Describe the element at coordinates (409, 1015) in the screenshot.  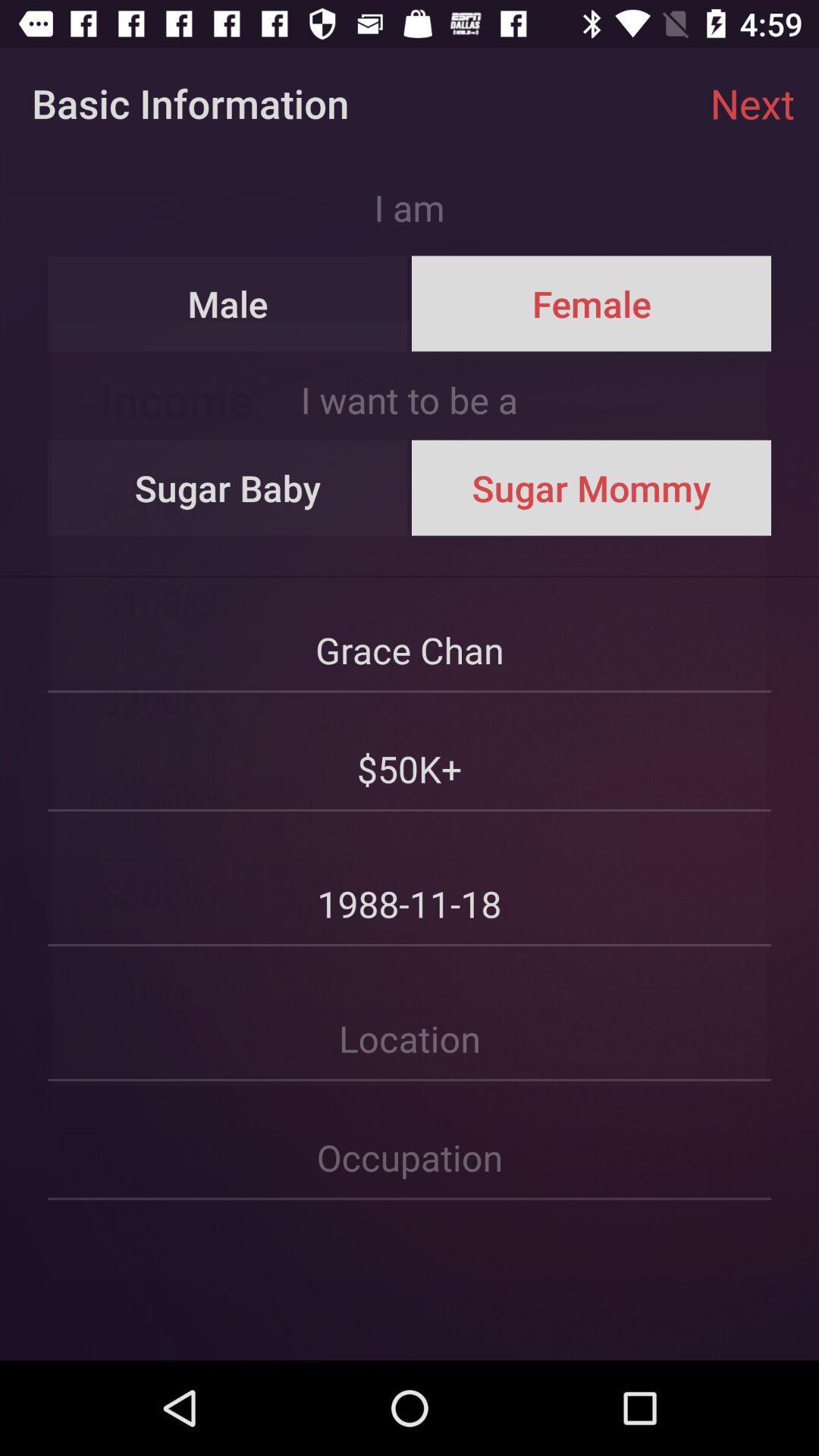
I see `location option` at that location.